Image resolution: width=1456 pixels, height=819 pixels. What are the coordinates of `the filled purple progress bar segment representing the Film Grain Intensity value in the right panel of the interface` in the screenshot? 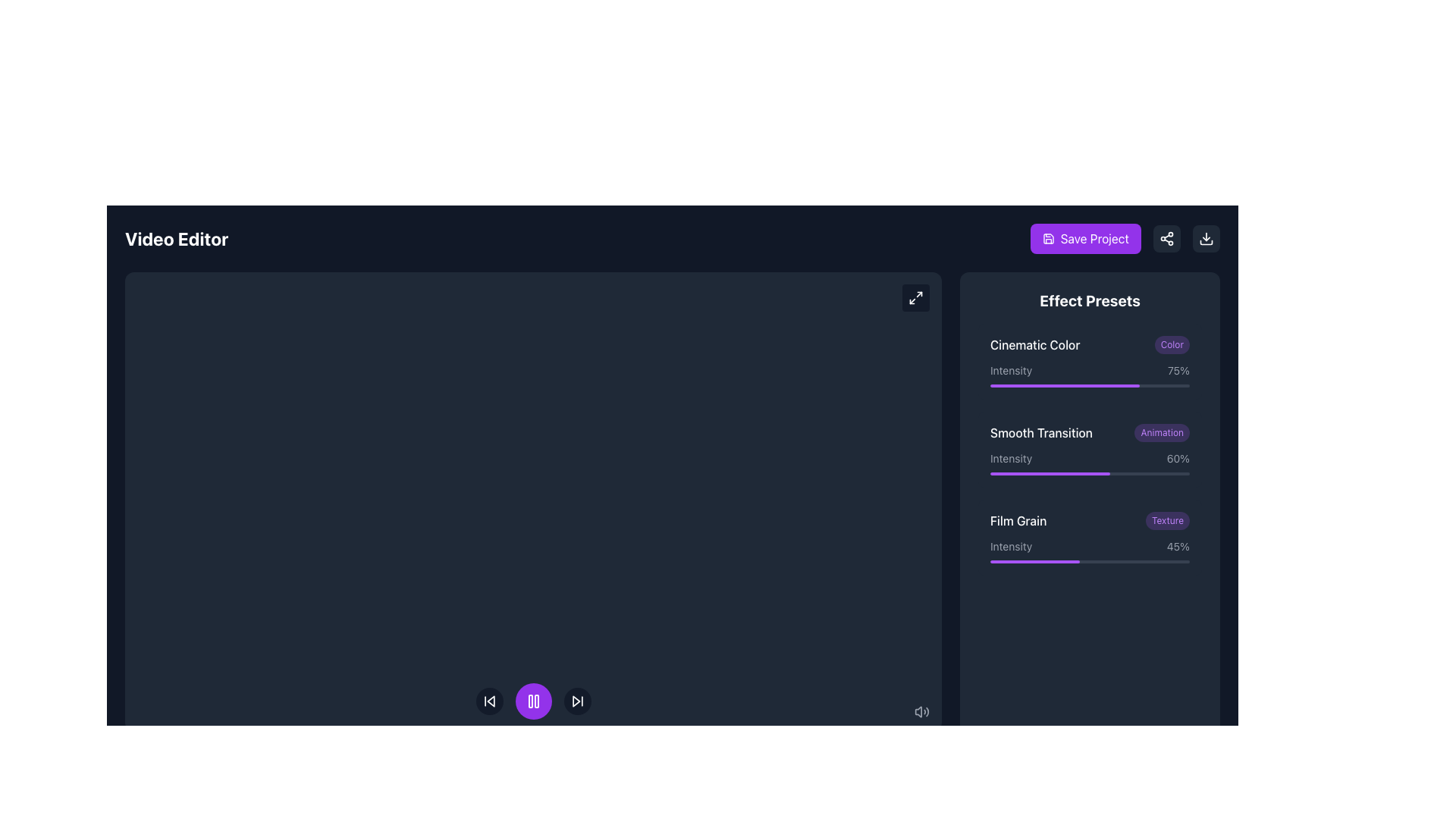 It's located at (1034, 561).